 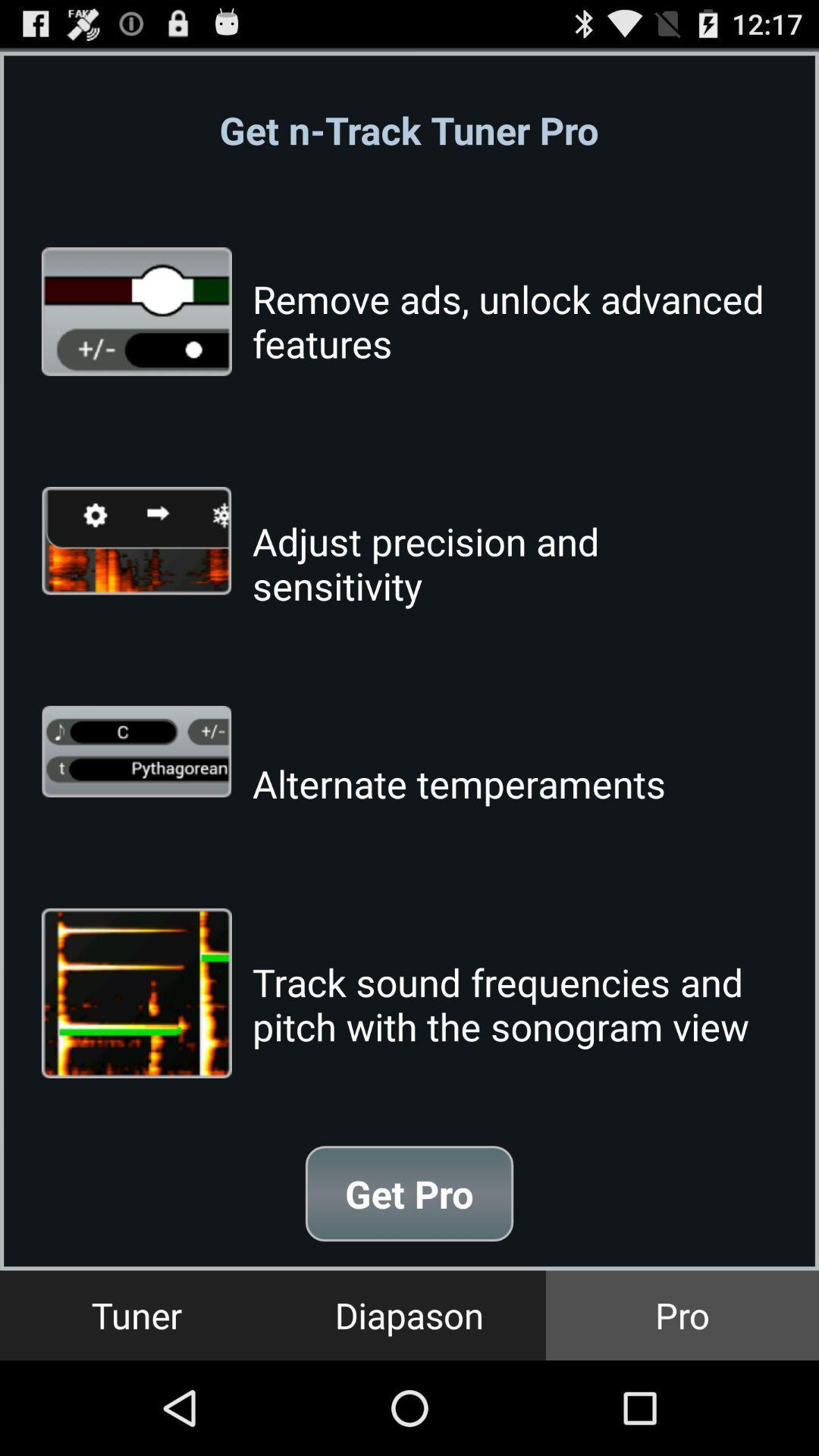 I want to click on button next to pro item, so click(x=409, y=1314).